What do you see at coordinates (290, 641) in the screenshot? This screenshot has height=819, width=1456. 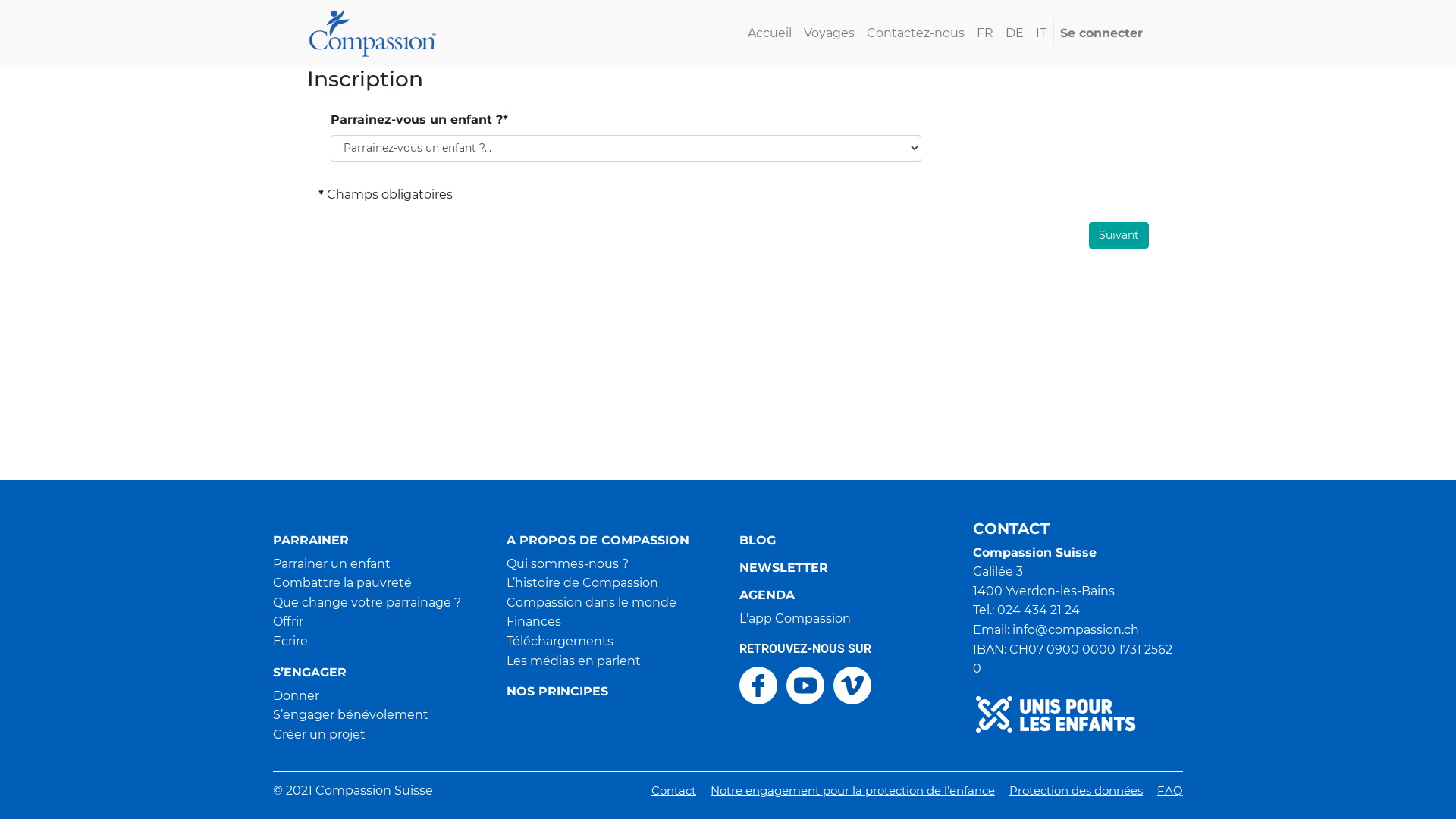 I see `'Ecrire'` at bounding box center [290, 641].